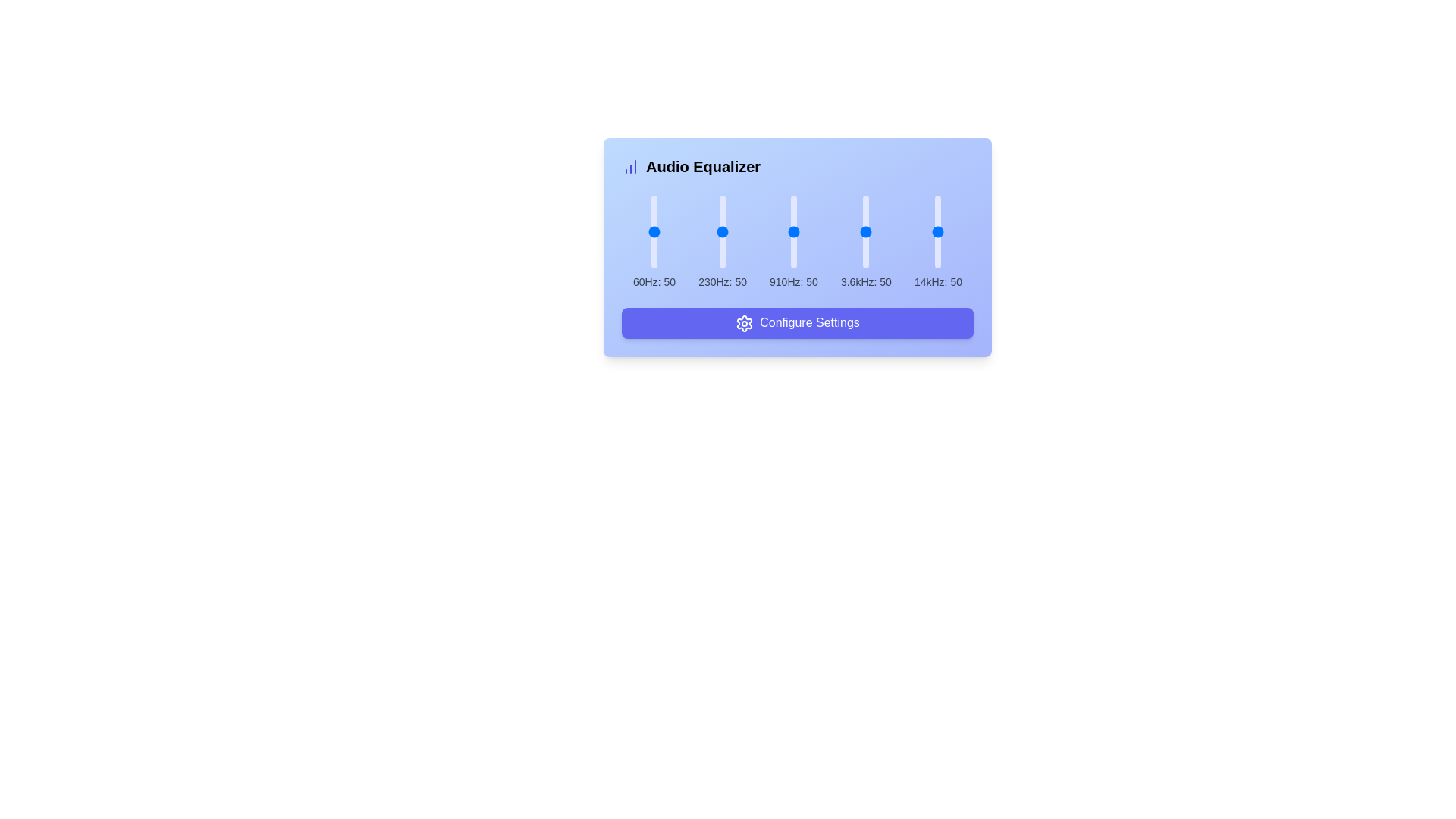 The width and height of the screenshot is (1456, 819). I want to click on the 230Hz band value, so click(722, 223).